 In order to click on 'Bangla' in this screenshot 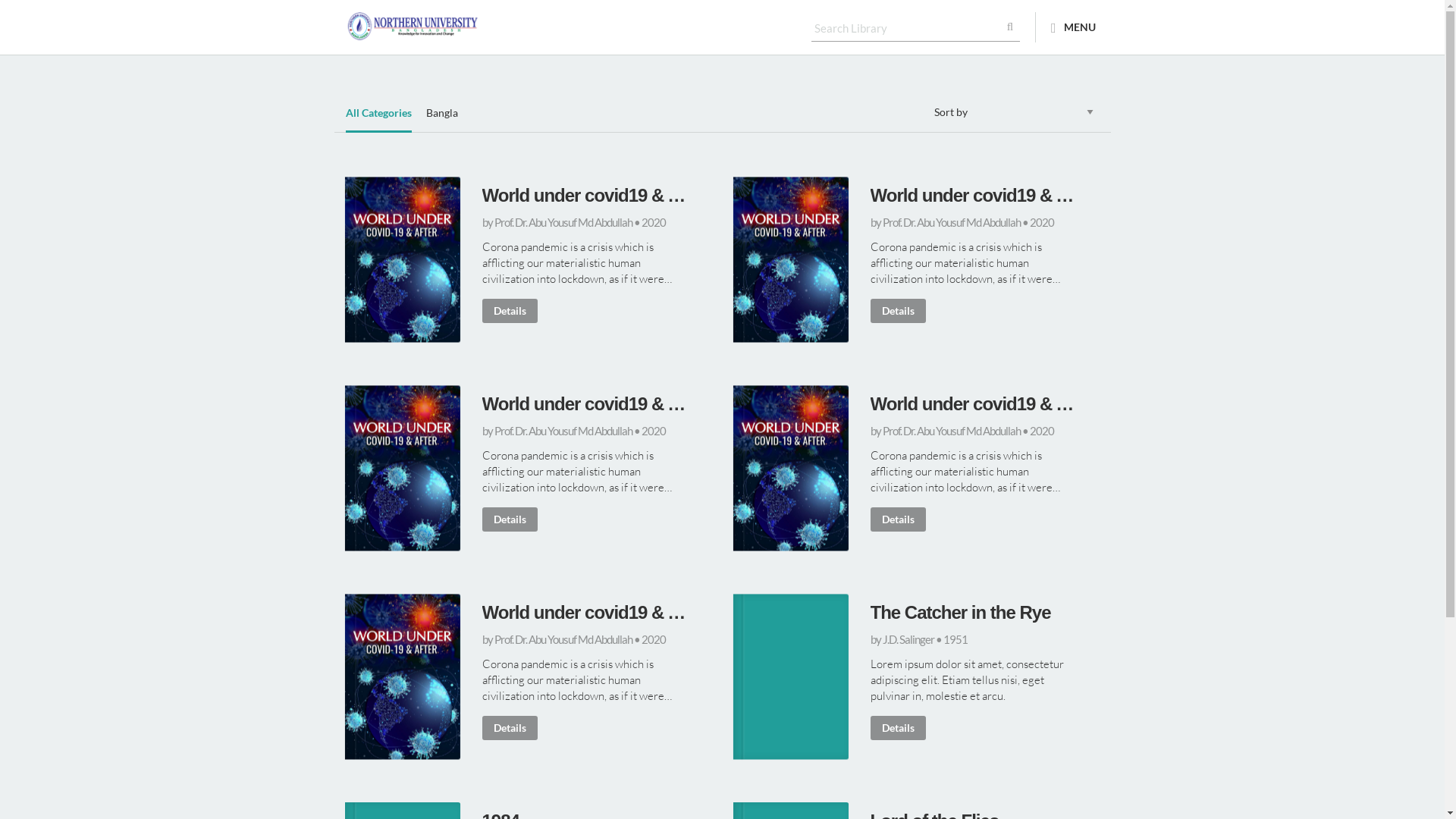, I will do `click(441, 118)`.